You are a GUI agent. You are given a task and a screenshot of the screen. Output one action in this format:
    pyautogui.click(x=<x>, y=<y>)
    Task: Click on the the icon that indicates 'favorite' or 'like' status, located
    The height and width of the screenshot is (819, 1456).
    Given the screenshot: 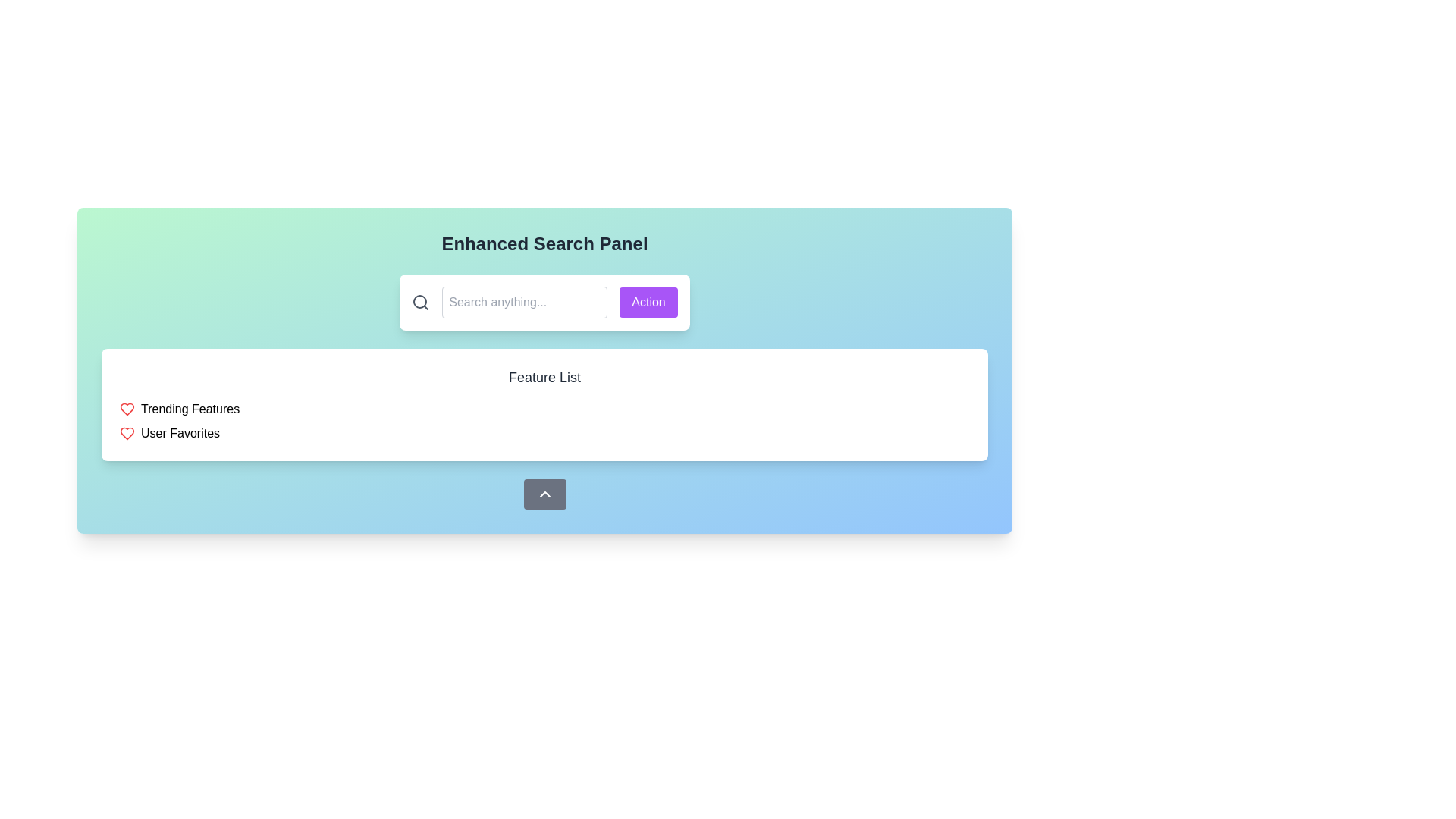 What is the action you would take?
    pyautogui.click(x=127, y=409)
    